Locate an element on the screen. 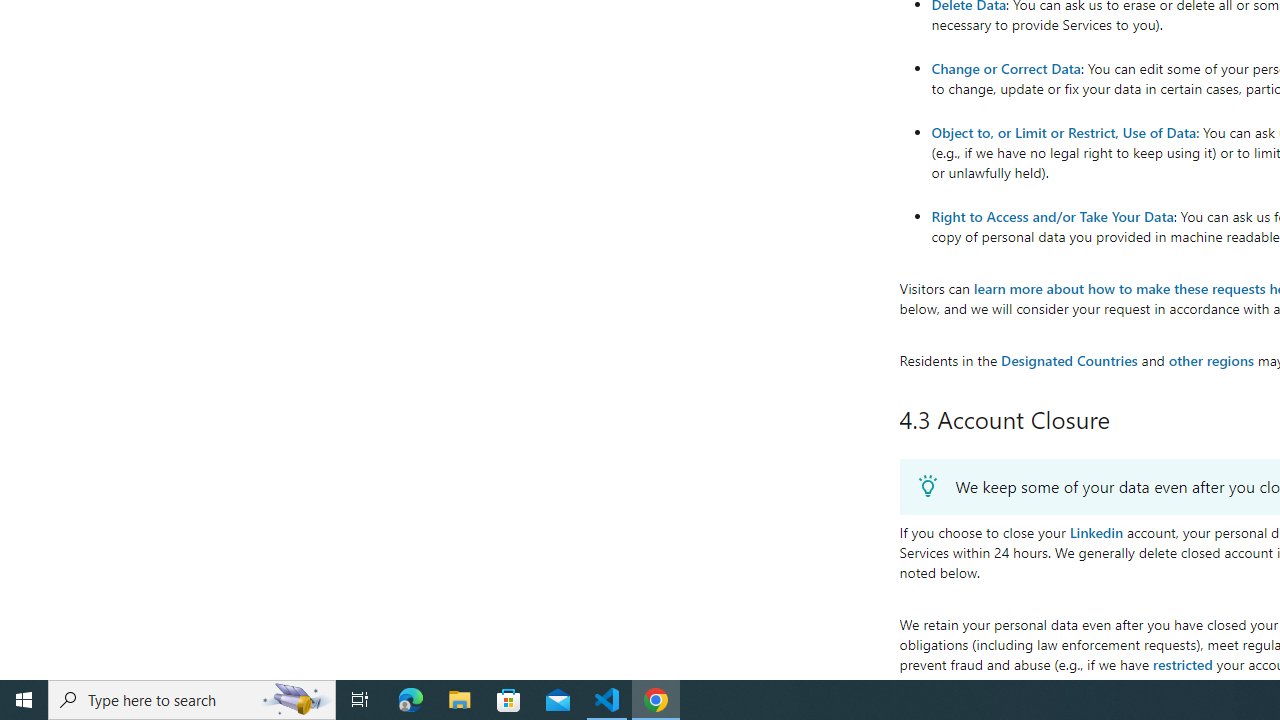 The width and height of the screenshot is (1280, 720). 'Change or Correct Data' is located at coordinates (1006, 67).